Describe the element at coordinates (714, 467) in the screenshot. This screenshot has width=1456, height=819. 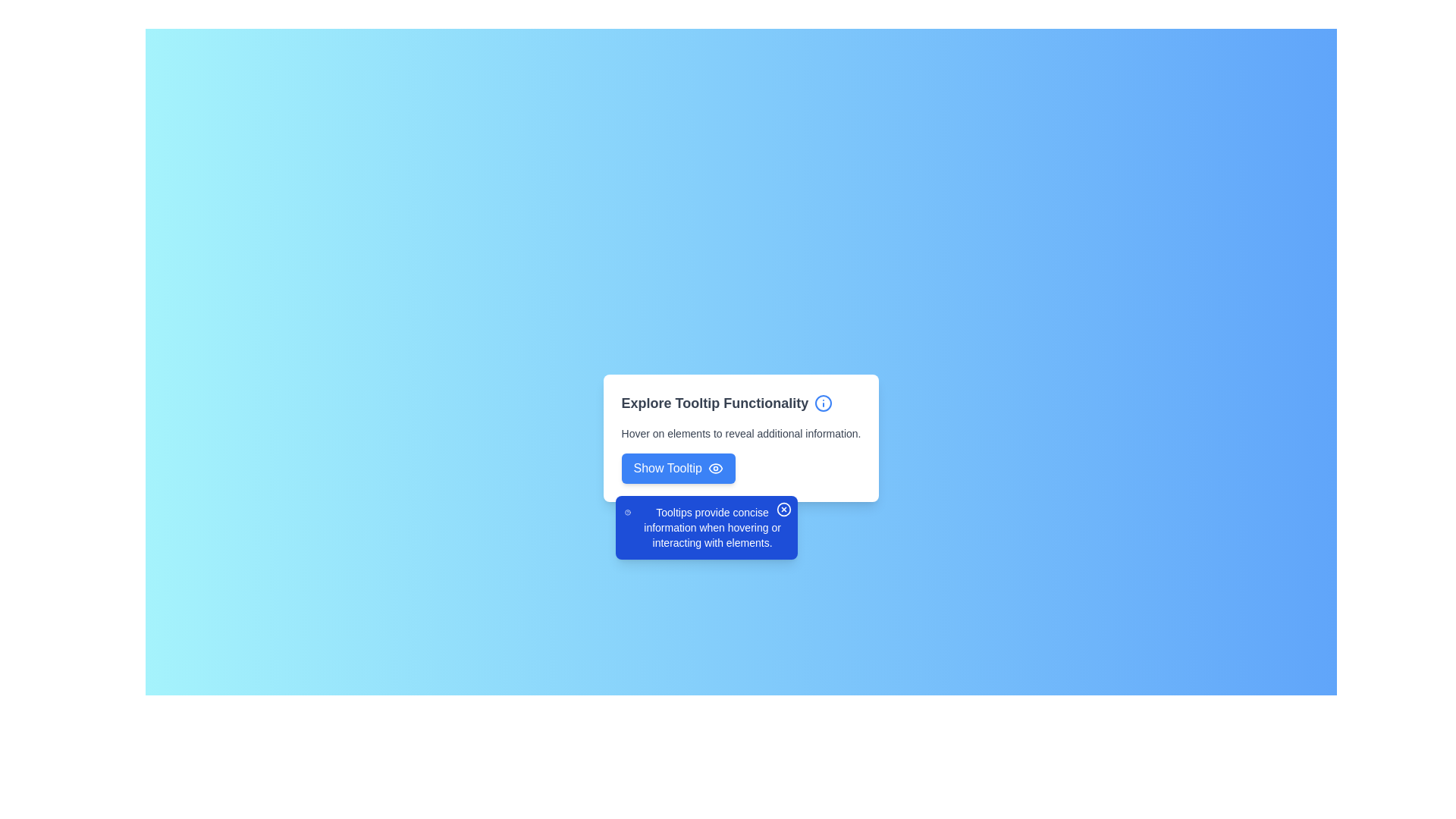
I see `the eye icon located at the right-hand side of the 'Show Tooltip' button to emphasize the tooltip functionality` at that location.